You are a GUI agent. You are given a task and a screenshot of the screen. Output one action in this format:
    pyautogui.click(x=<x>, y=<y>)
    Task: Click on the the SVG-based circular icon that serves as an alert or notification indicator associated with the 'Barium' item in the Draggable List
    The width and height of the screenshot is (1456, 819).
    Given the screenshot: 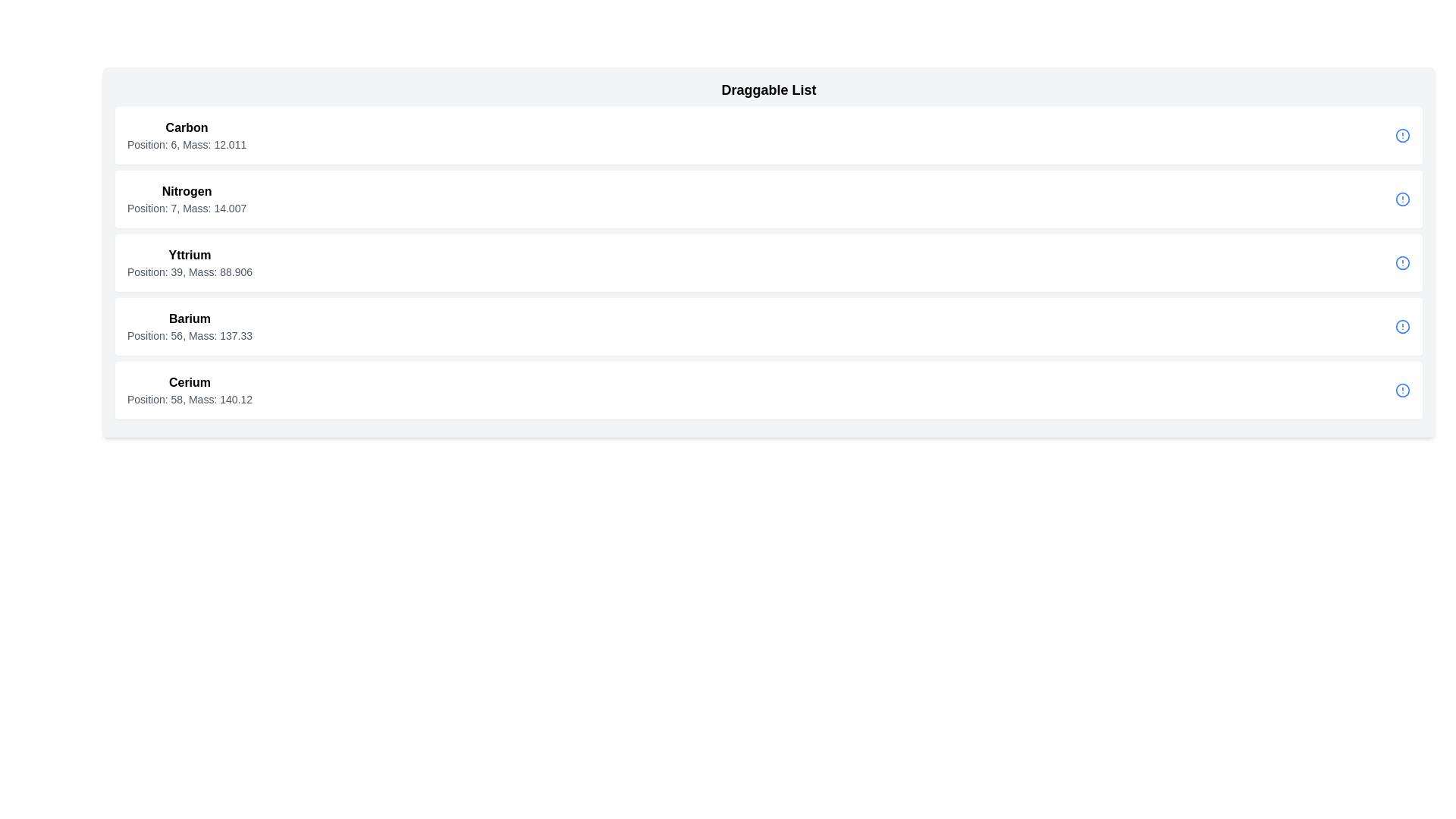 What is the action you would take?
    pyautogui.click(x=1401, y=326)
    